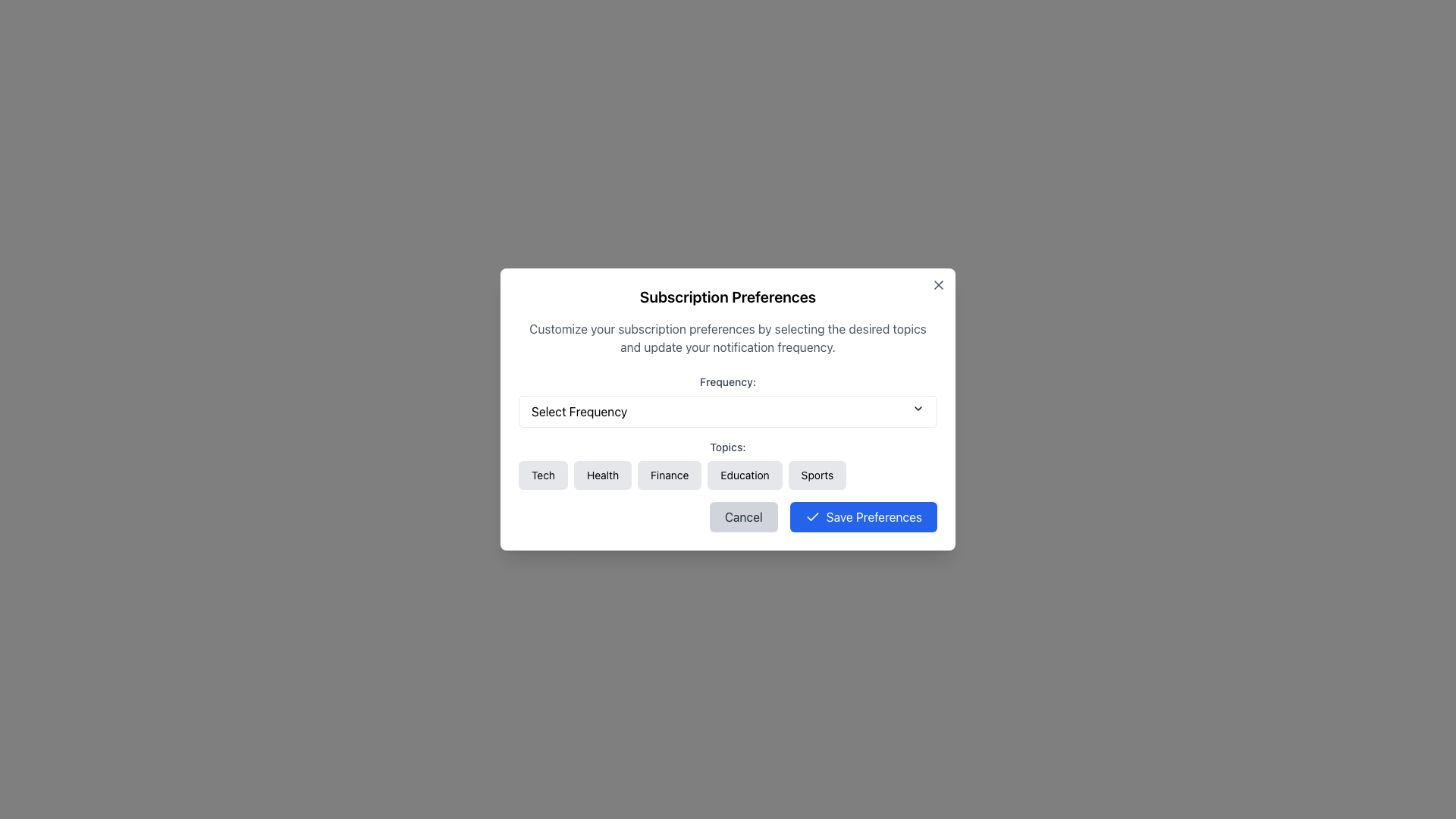 Image resolution: width=1456 pixels, height=819 pixels. What do you see at coordinates (743, 516) in the screenshot?
I see `the cancel button located on the lower right section of the 'Subscription Preferences' dialog` at bounding box center [743, 516].